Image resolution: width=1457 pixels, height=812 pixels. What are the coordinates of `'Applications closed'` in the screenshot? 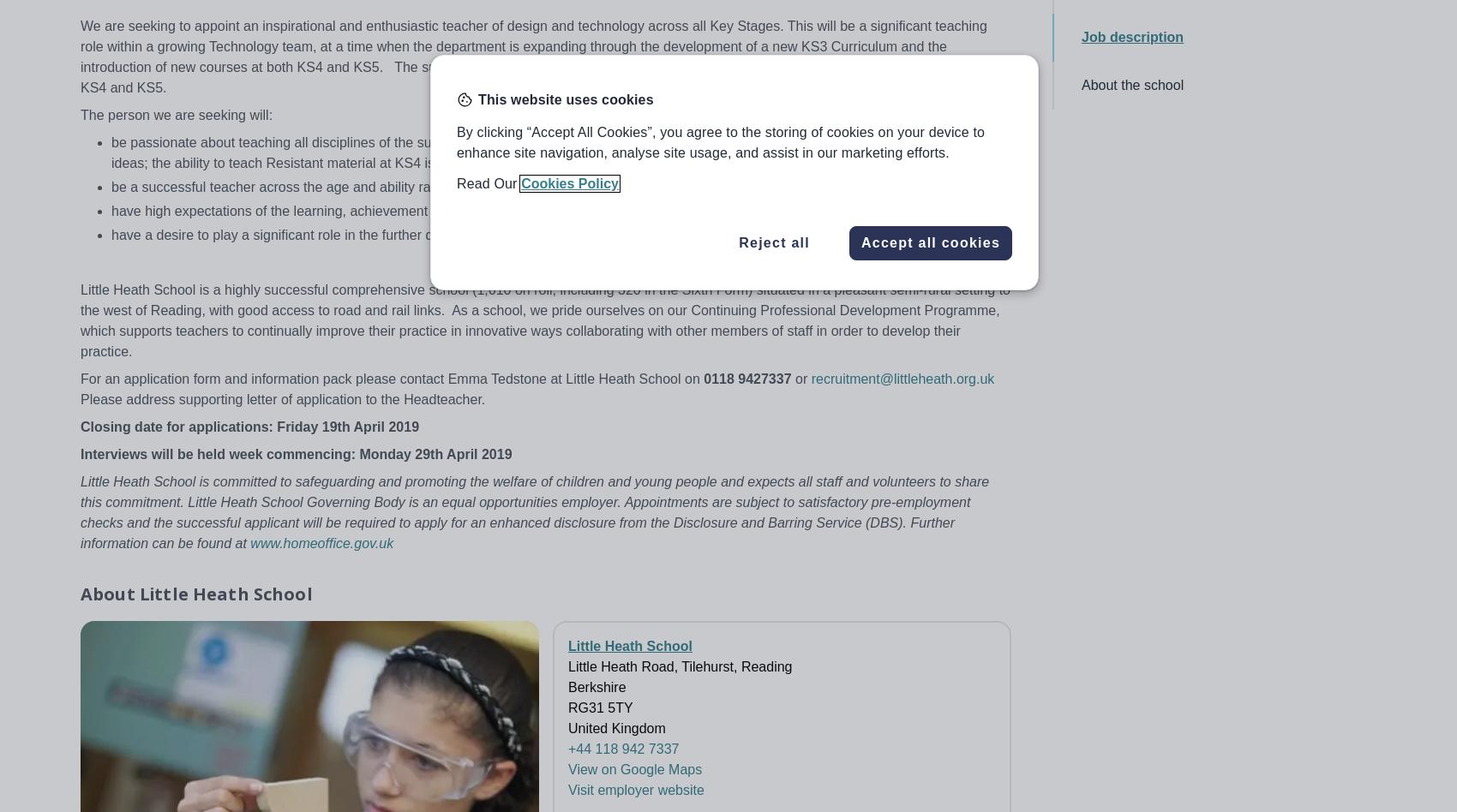 It's located at (158, 406).